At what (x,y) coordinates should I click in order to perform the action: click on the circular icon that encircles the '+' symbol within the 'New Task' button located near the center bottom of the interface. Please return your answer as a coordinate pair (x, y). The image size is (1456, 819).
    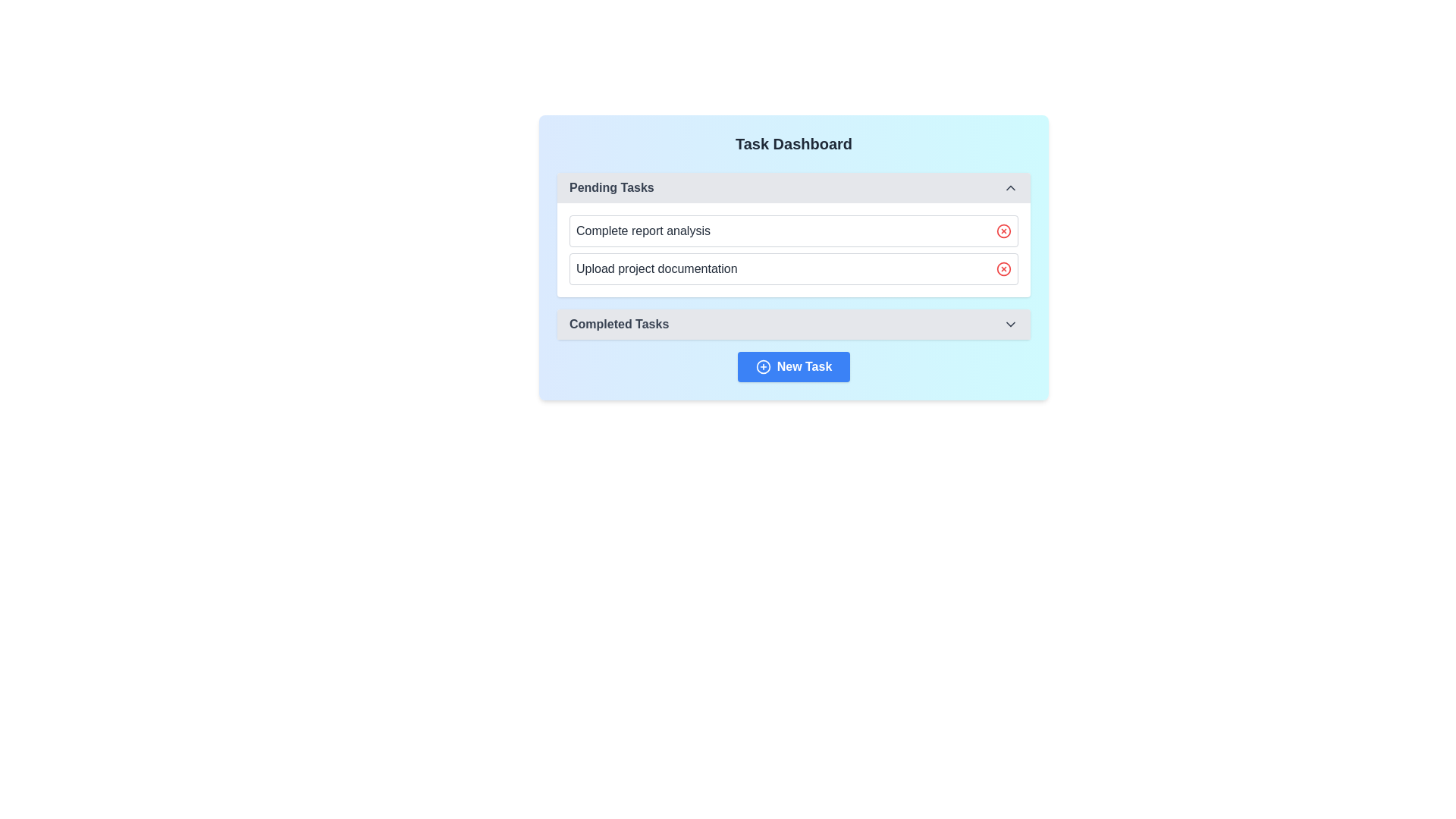
    Looking at the image, I should click on (763, 366).